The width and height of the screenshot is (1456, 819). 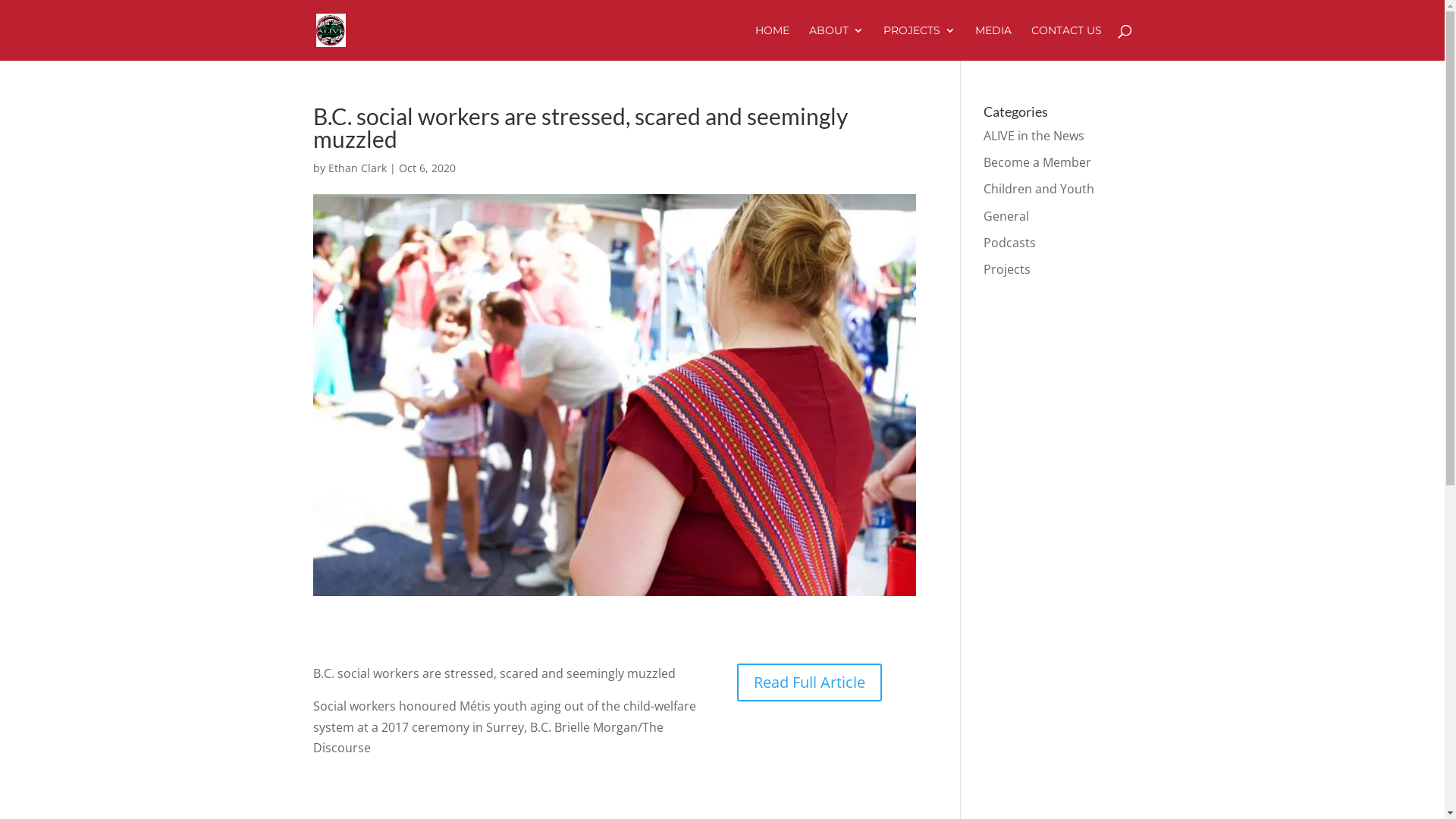 I want to click on 'CONTACT US', so click(x=1065, y=42).